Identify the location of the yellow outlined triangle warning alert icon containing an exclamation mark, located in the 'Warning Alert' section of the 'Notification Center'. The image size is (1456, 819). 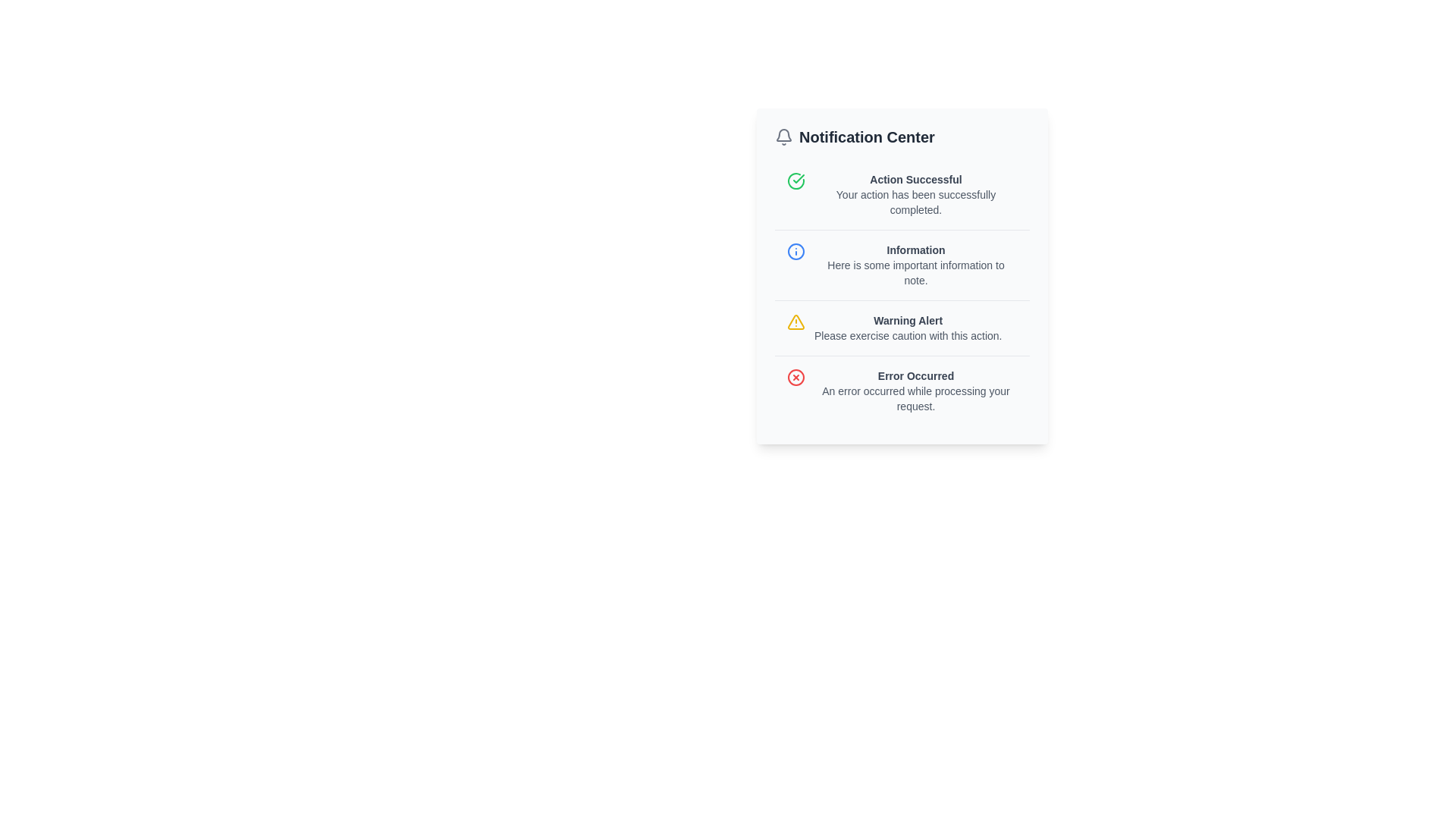
(795, 321).